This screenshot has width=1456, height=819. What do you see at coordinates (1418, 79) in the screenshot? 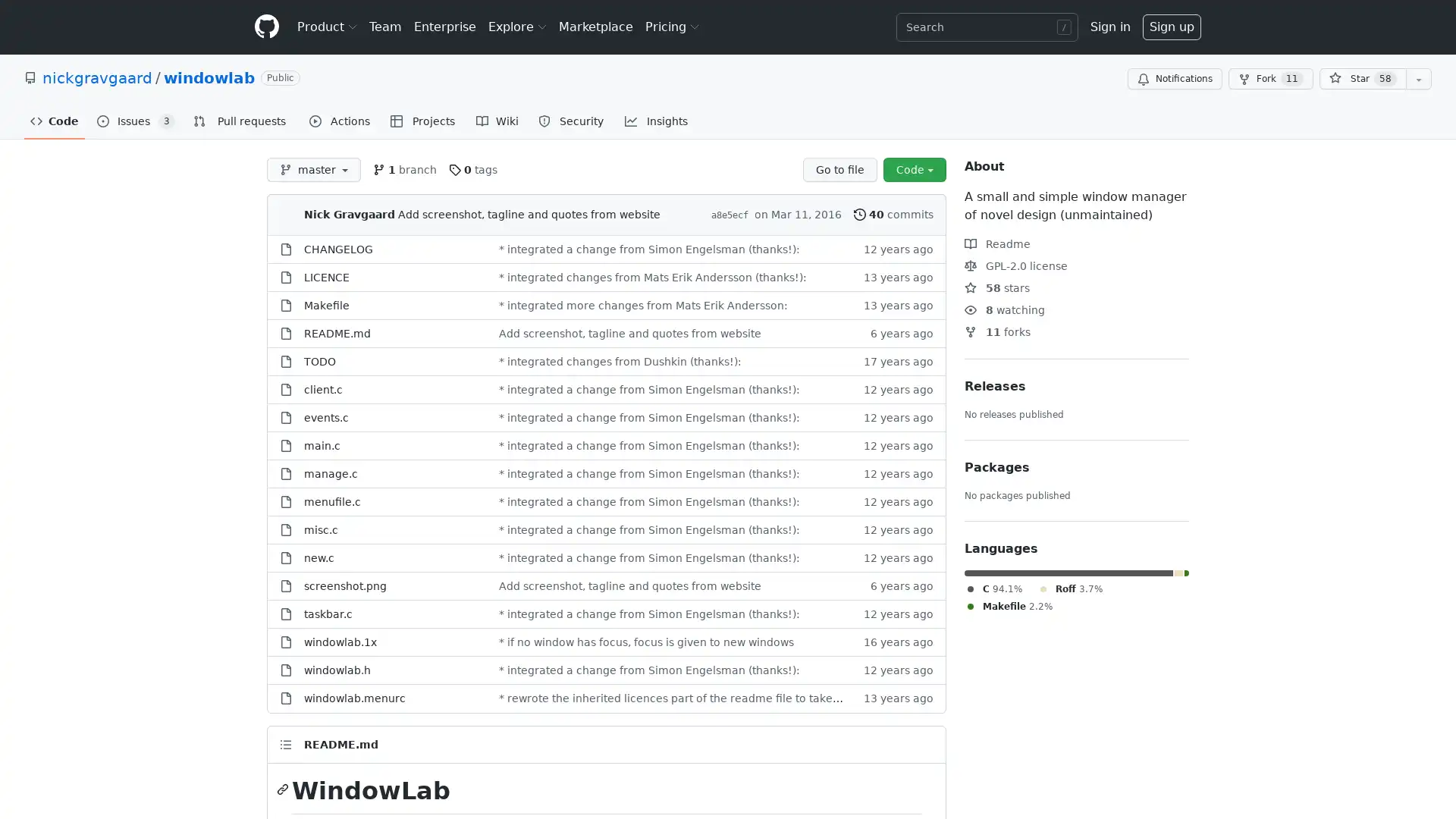
I see `You must be signed in to add this repository to a list` at bounding box center [1418, 79].